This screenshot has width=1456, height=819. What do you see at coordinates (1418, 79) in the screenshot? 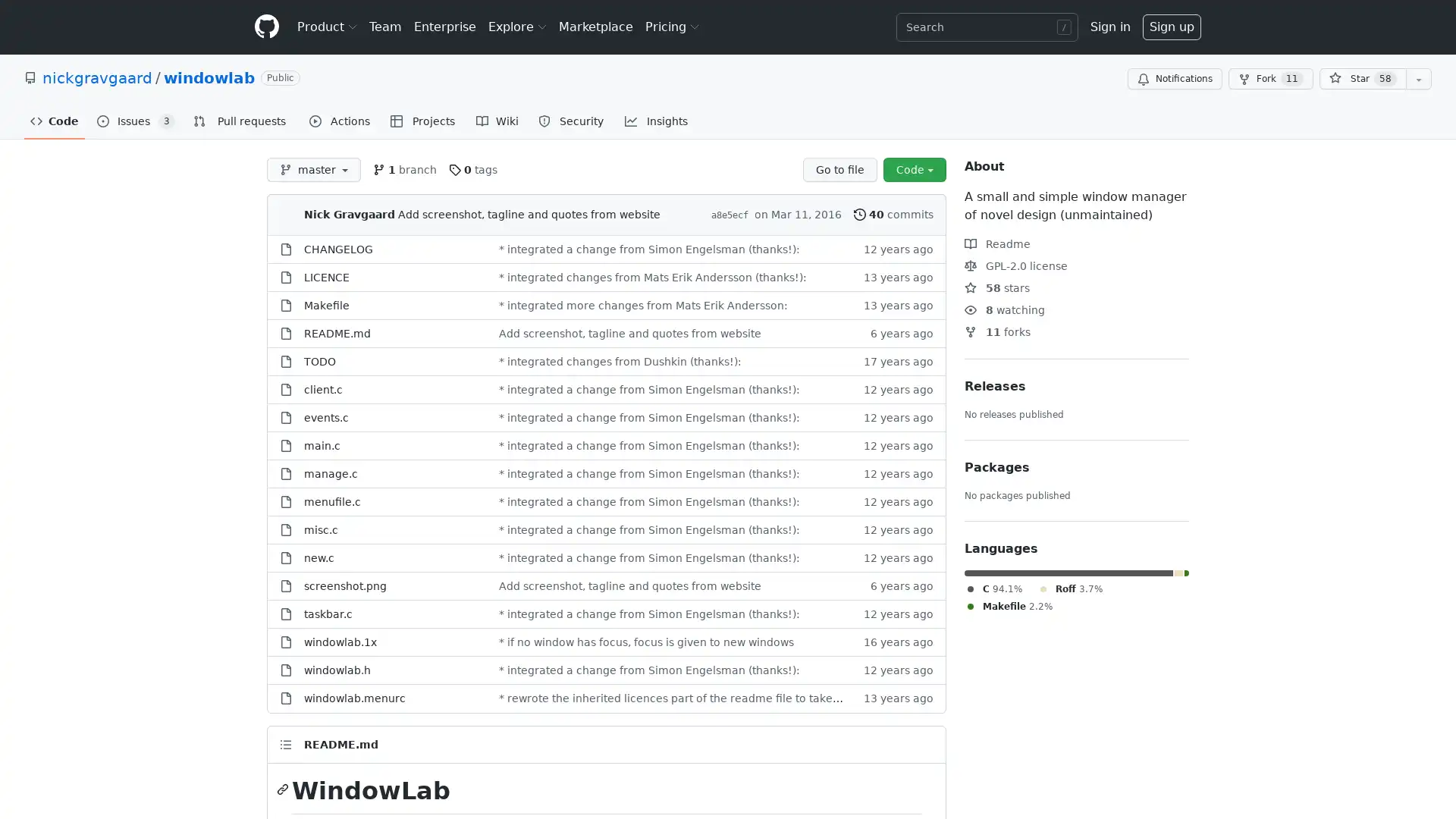
I see `You must be signed in to add this repository to a list` at bounding box center [1418, 79].